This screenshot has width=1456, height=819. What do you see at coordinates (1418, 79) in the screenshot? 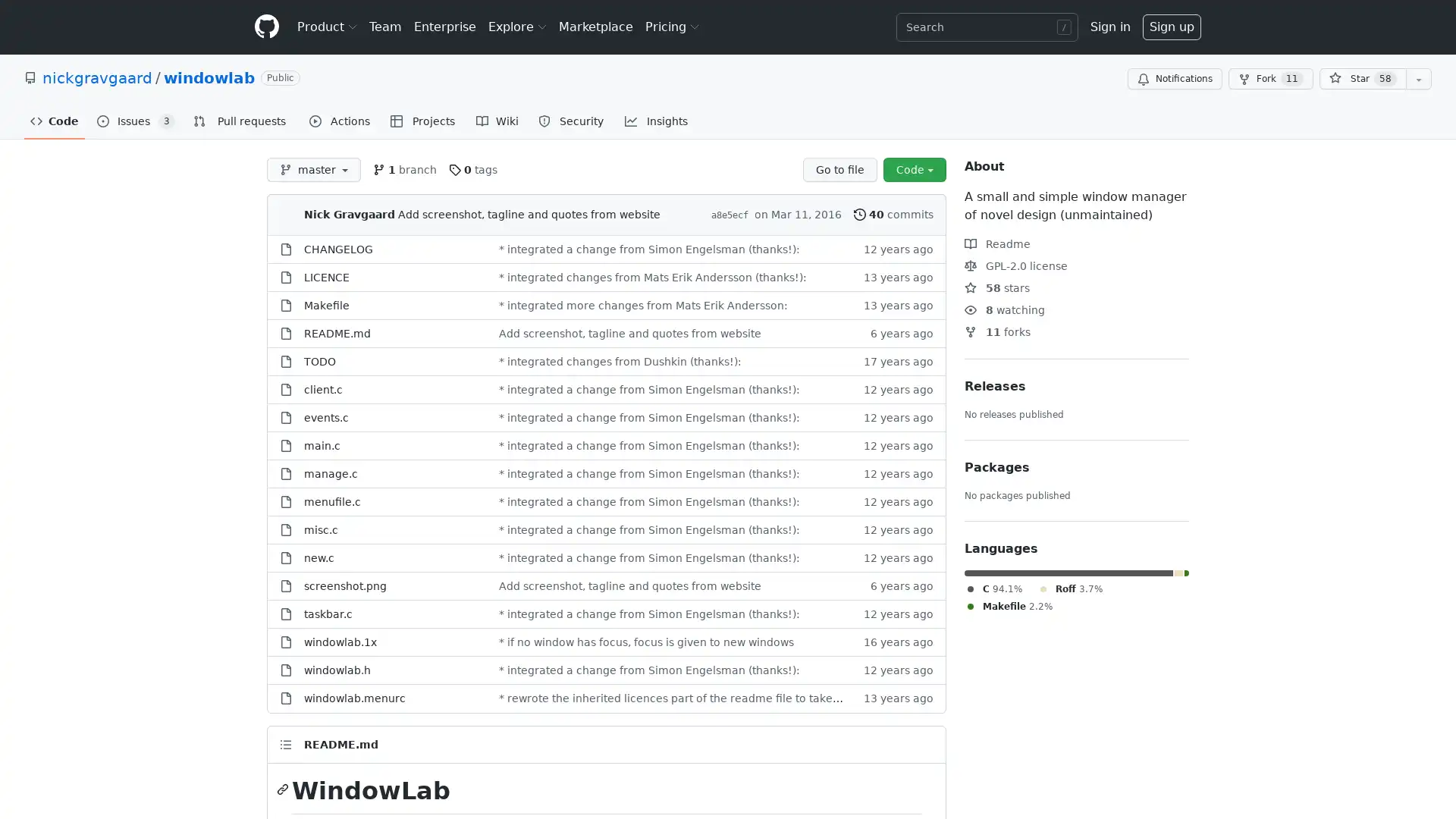
I see `You must be signed in to add this repository to a list` at bounding box center [1418, 79].